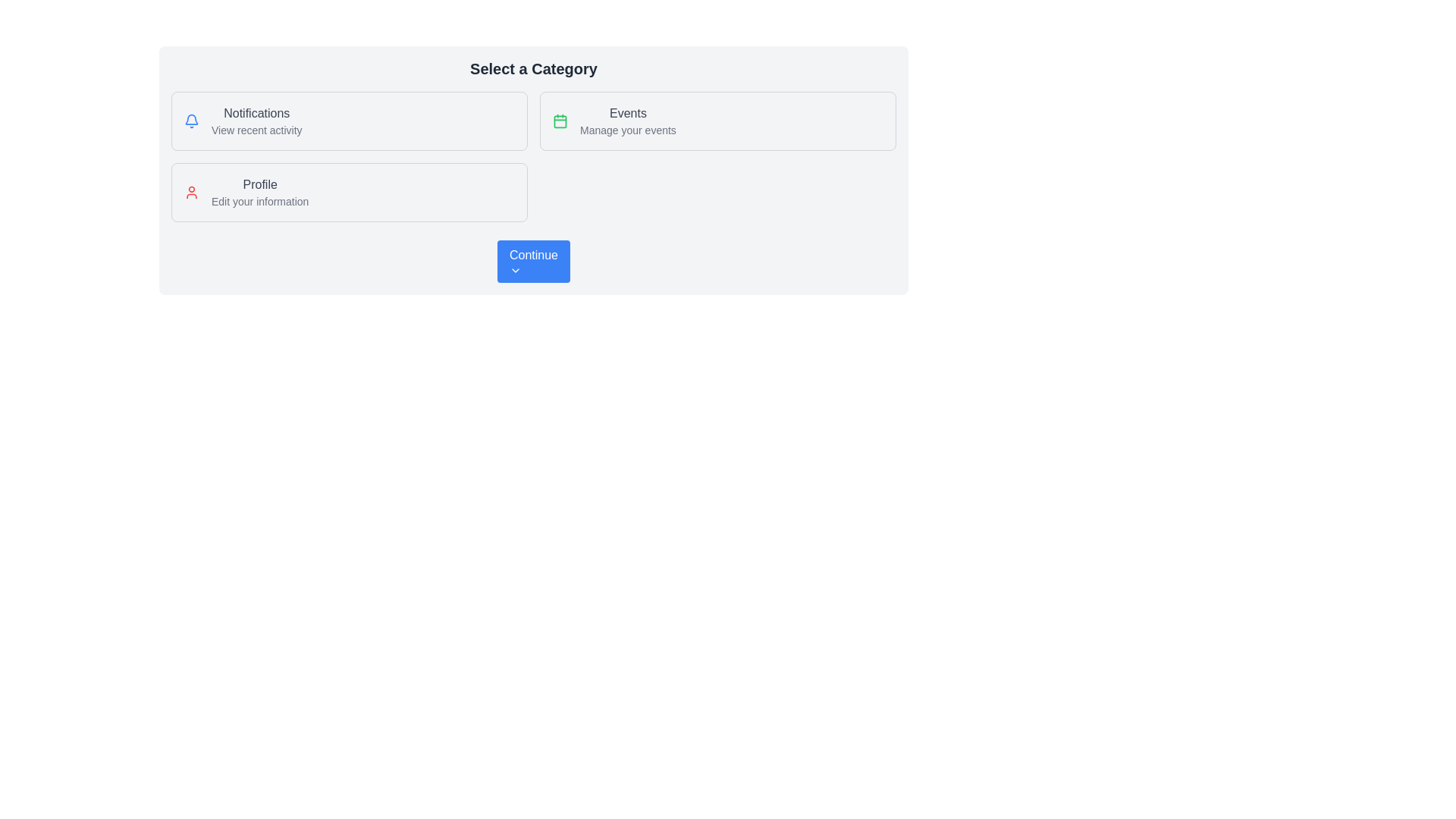 This screenshot has width=1456, height=819. I want to click on the function of the Chevron-Down icon located on the right side of the 'Continue' button at the bottom of the visible card layout, so click(516, 270).